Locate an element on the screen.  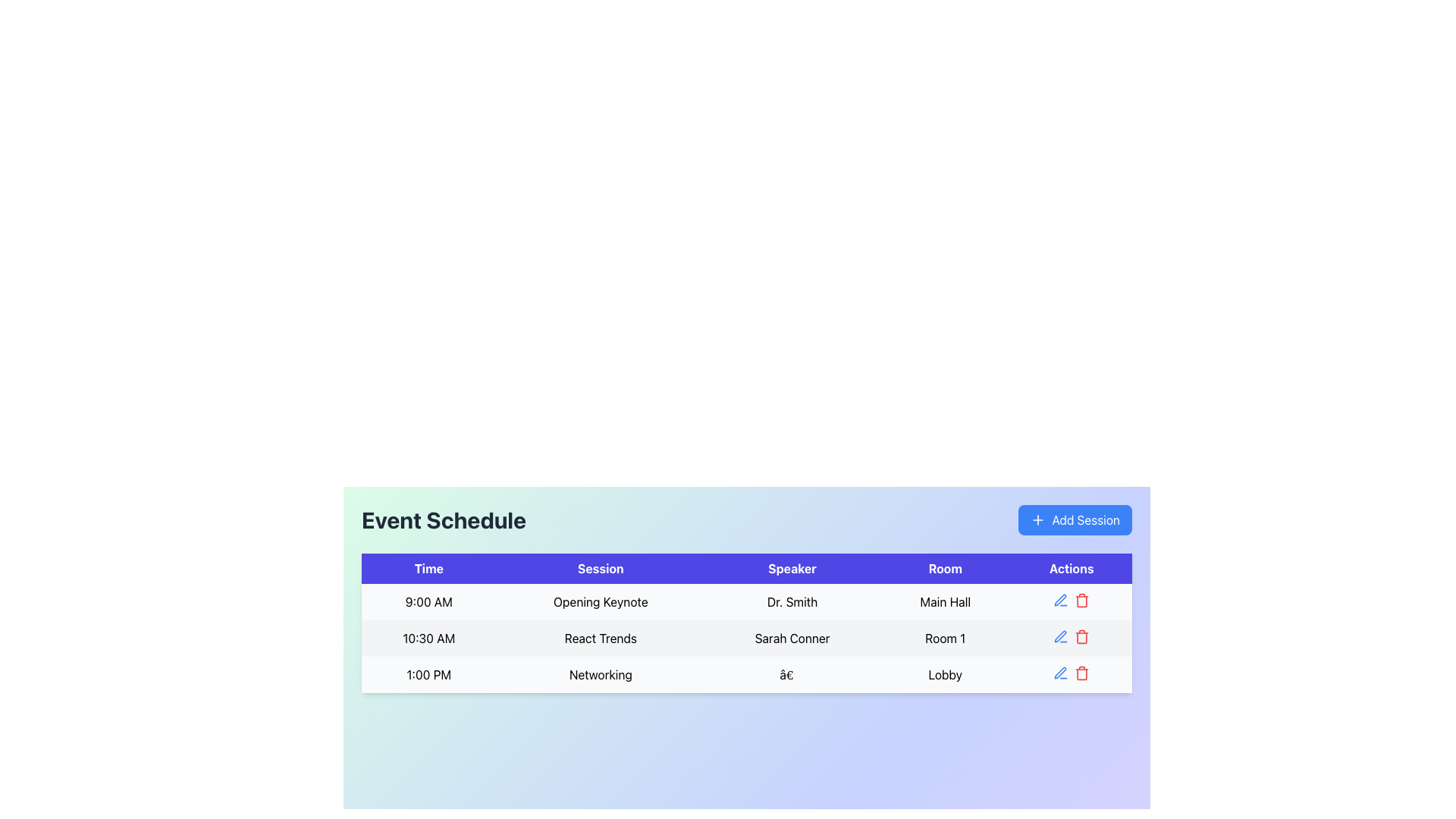
the text label displaying 'Dr. Smith' in the 'Speaker' column of the event schedule table is located at coordinates (792, 601).